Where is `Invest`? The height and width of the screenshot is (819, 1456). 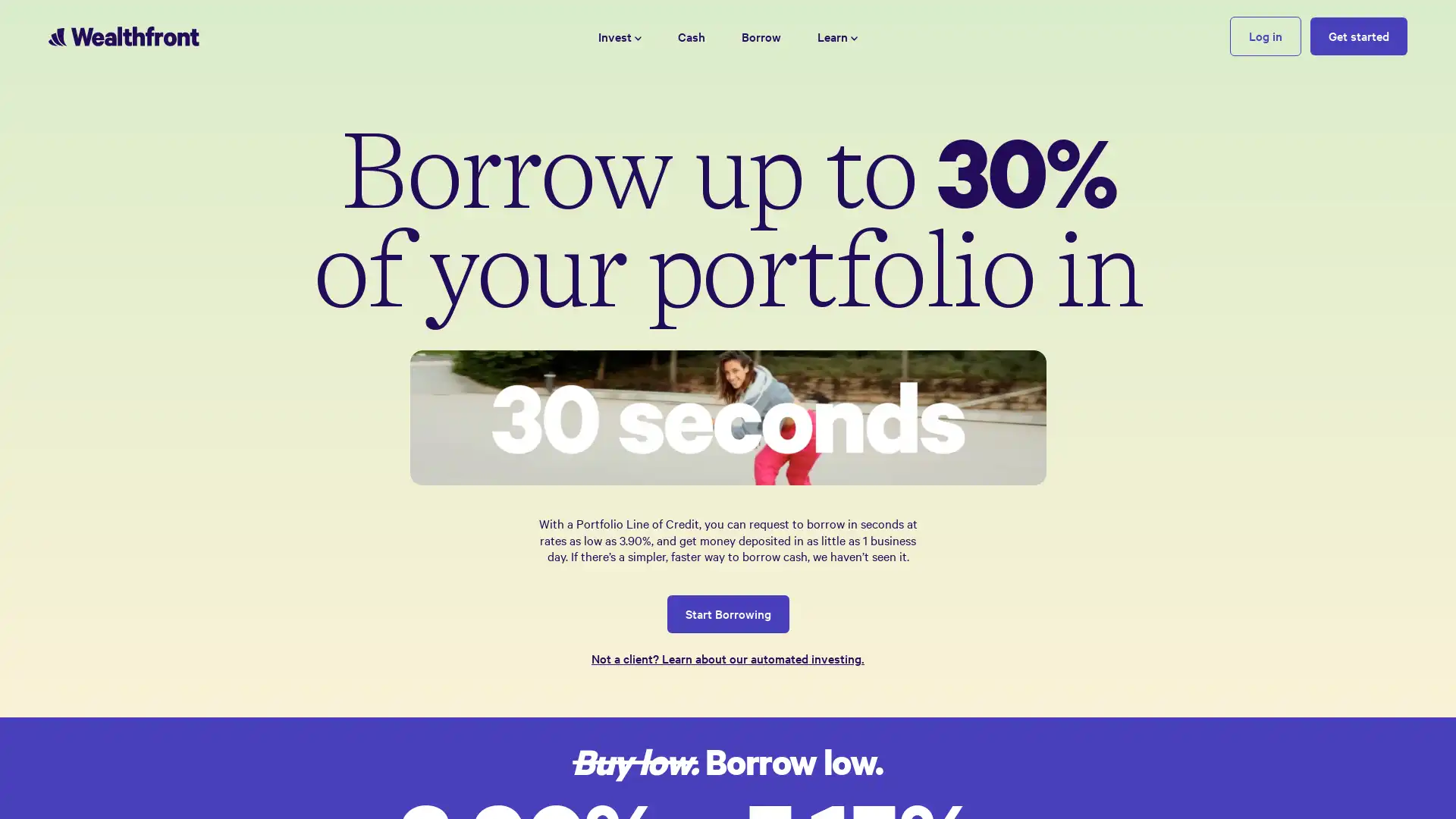
Invest is located at coordinates (620, 35).